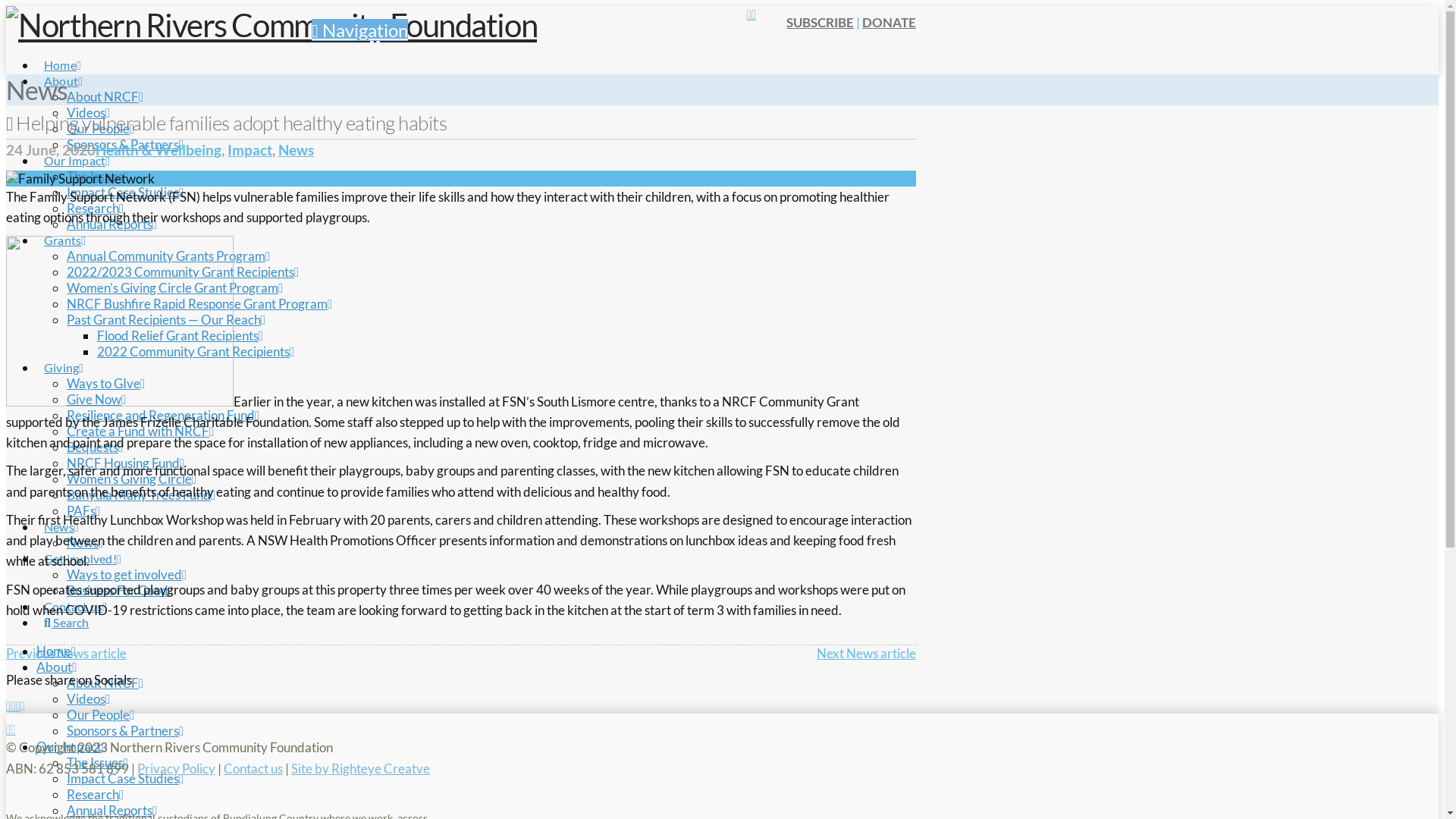 The image size is (1456, 819). I want to click on 'SUBSCRIBE', so click(819, 22).